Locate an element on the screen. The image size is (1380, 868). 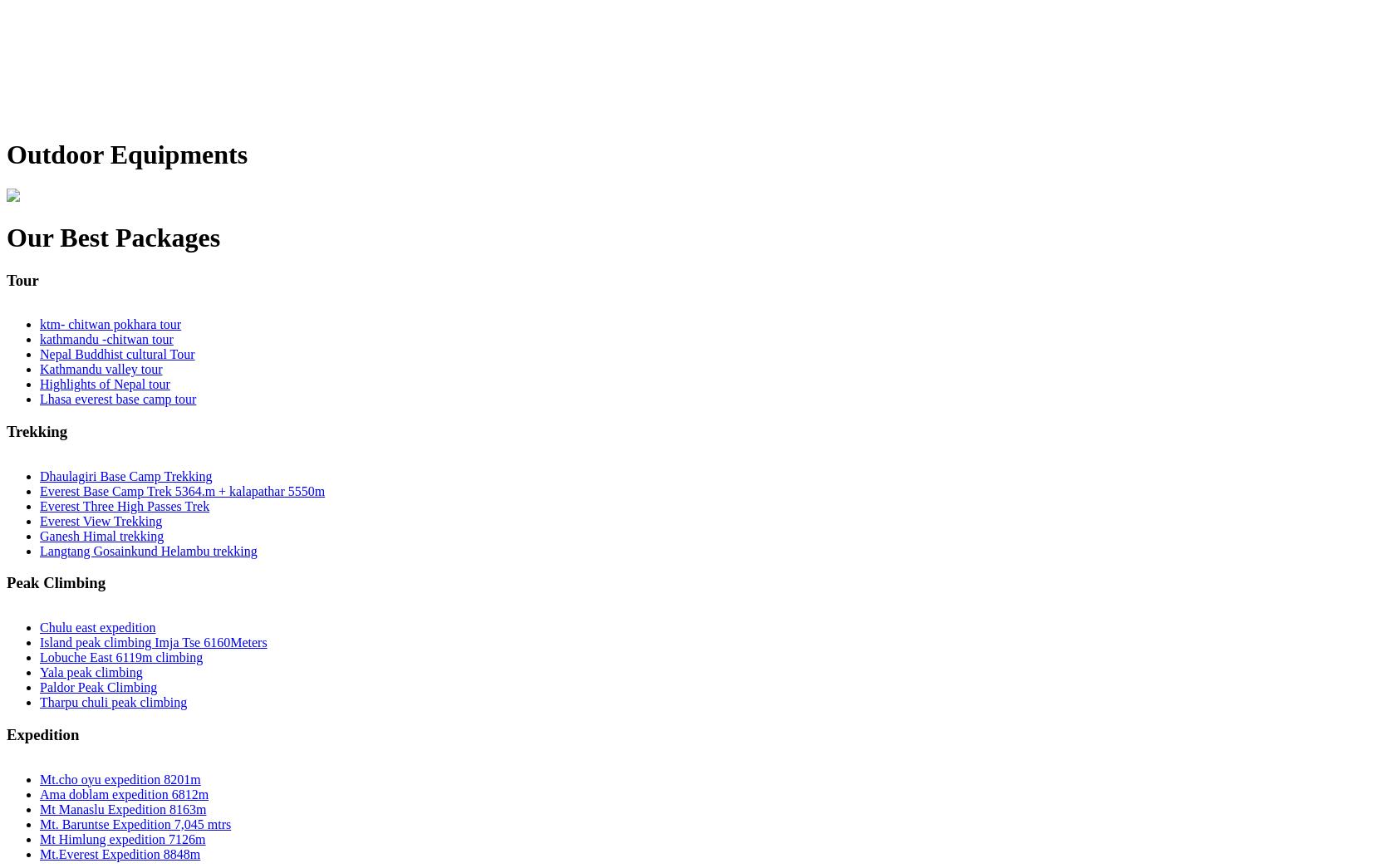
'Nepal Buddhist cultural Tour' is located at coordinates (39, 354).